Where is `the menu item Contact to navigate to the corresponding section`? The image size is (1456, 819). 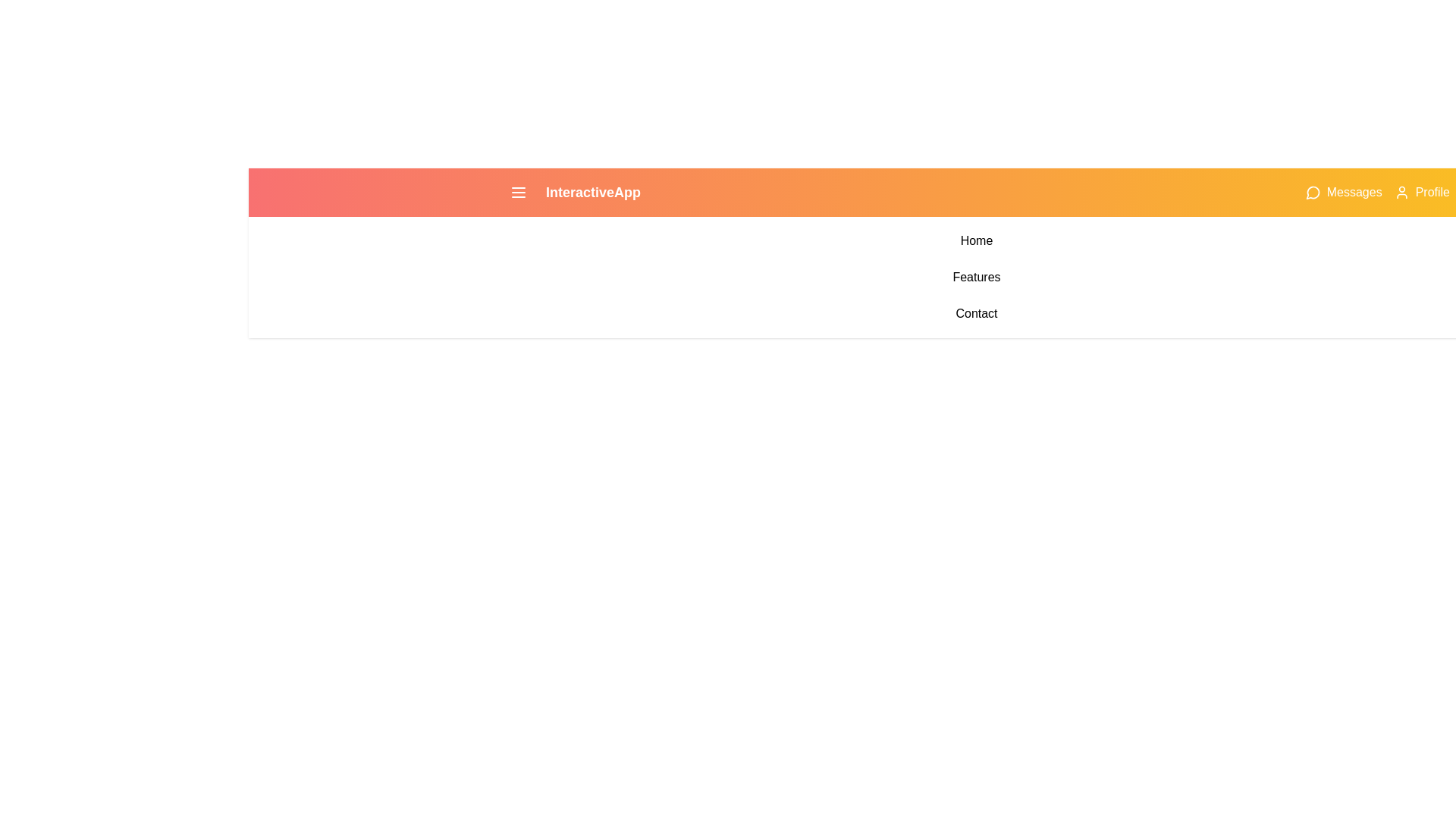
the menu item Contact to navigate to the corresponding section is located at coordinates (976, 312).